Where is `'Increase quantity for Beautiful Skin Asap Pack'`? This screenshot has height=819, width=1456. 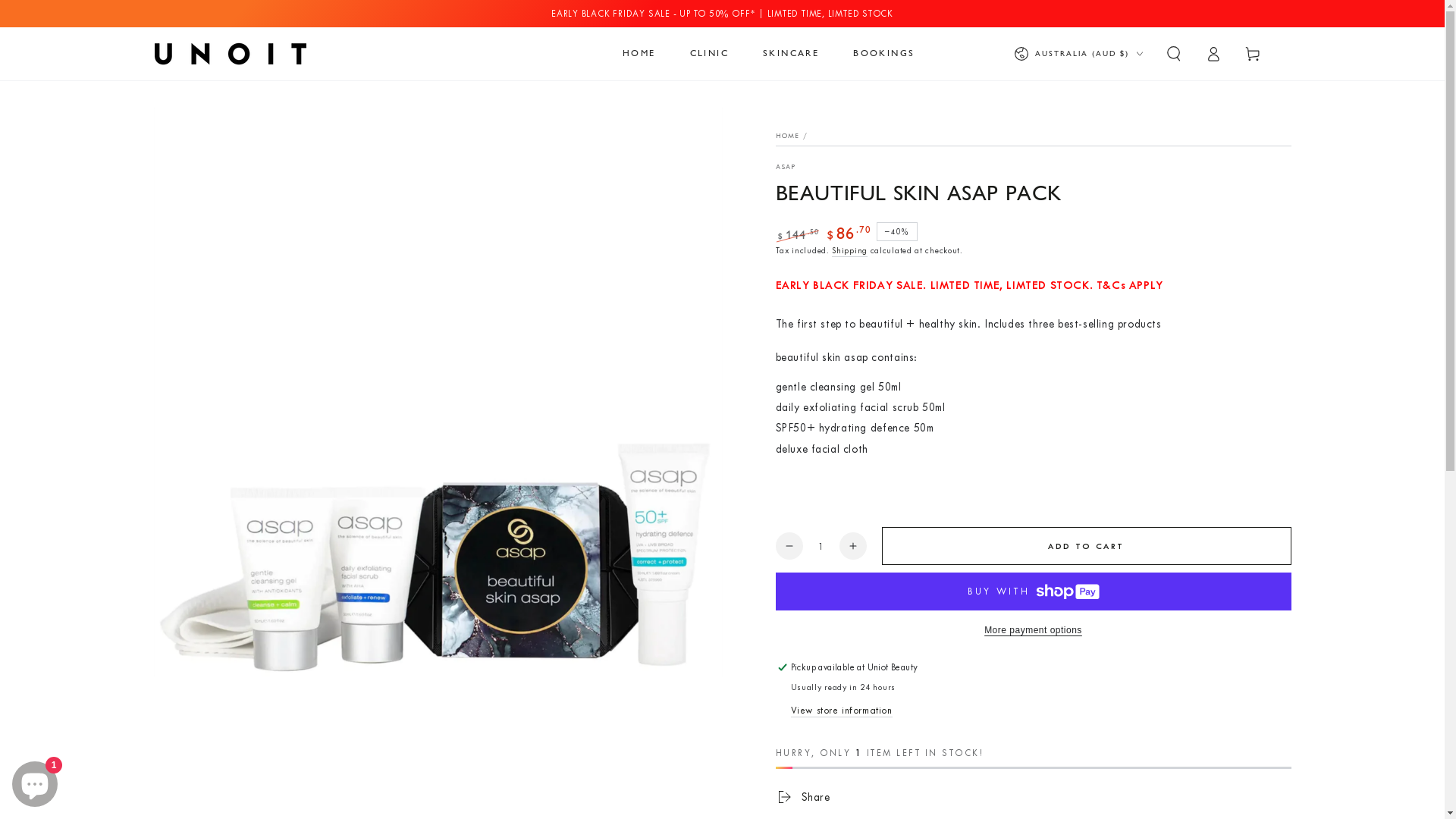 'Increase quantity for Beautiful Skin Asap Pack' is located at coordinates (852, 546).